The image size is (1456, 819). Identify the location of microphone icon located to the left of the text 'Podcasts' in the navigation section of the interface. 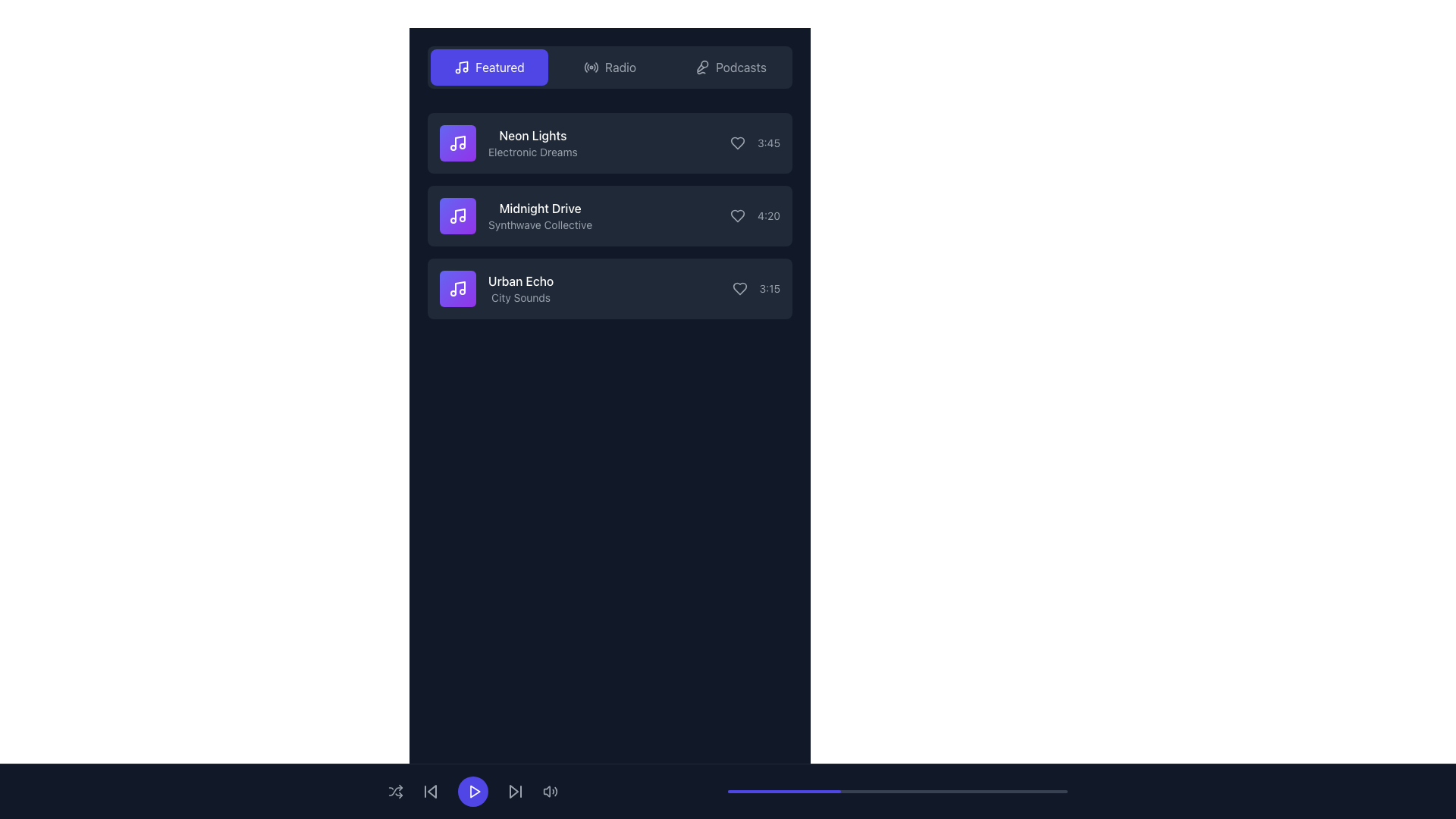
(701, 66).